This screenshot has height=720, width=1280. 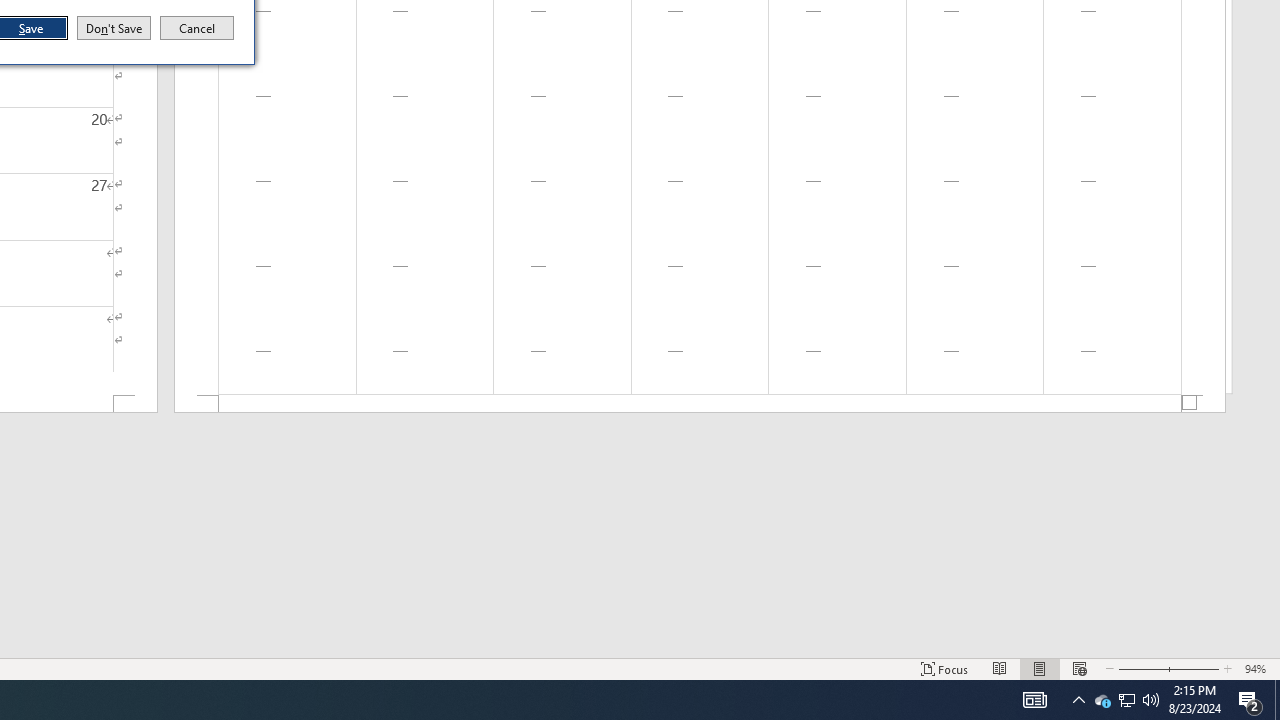 What do you see at coordinates (1034, 698) in the screenshot?
I see `'AutomationID: 4105'` at bounding box center [1034, 698].